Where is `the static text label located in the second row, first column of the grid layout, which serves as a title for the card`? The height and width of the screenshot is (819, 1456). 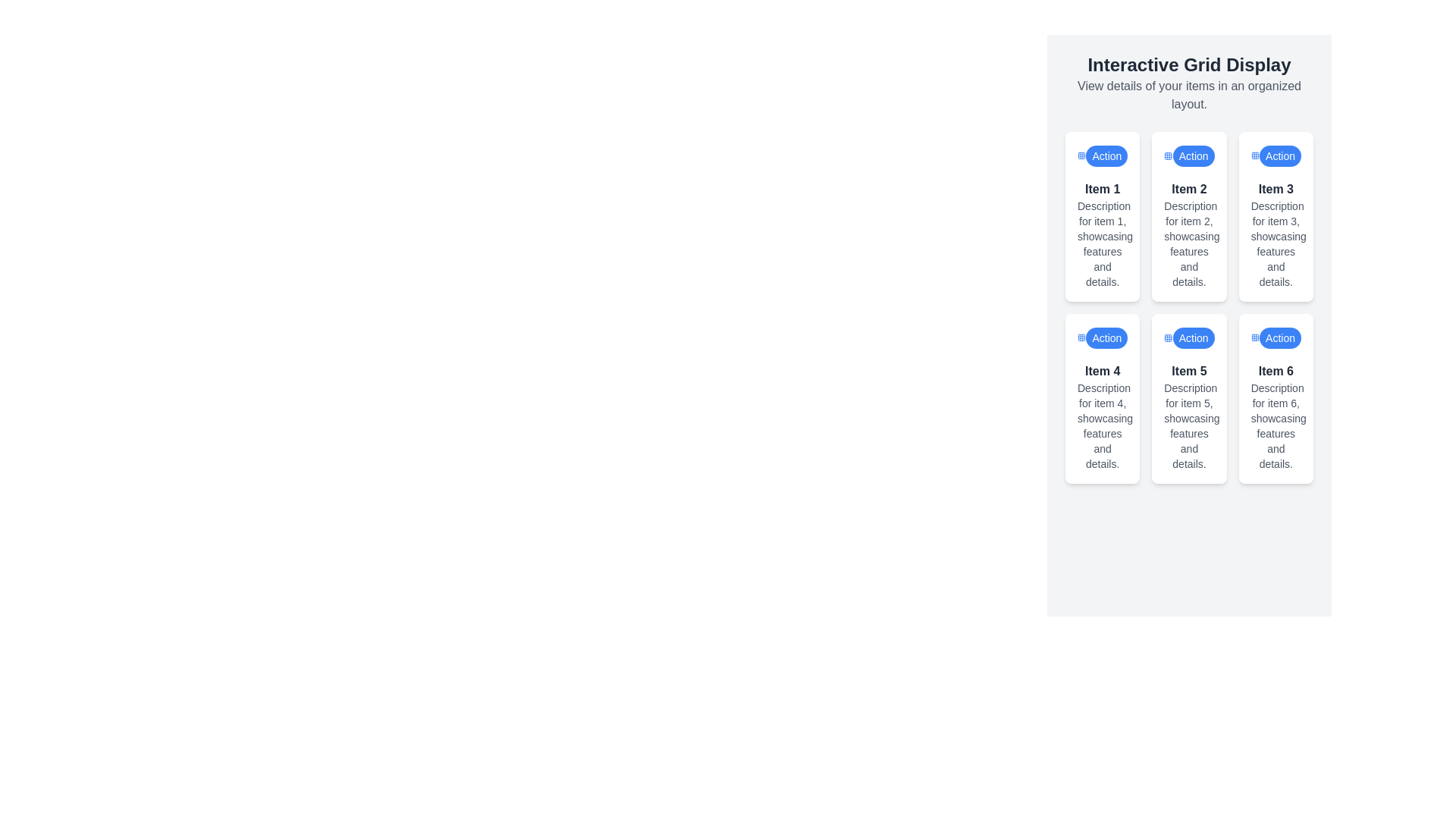
the static text label located in the second row, first column of the grid layout, which serves as a title for the card is located at coordinates (1103, 371).